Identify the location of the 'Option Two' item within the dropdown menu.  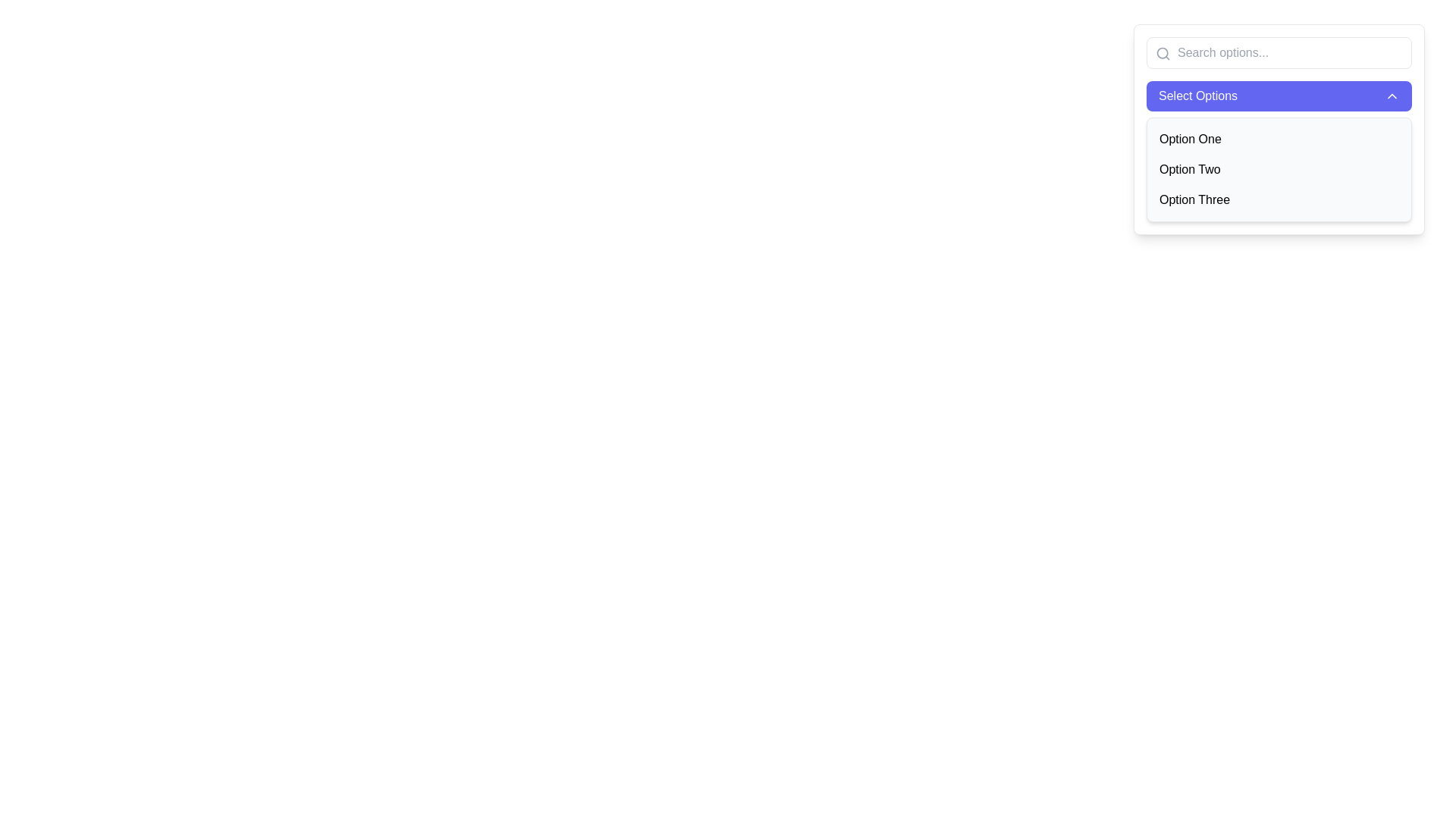
(1278, 169).